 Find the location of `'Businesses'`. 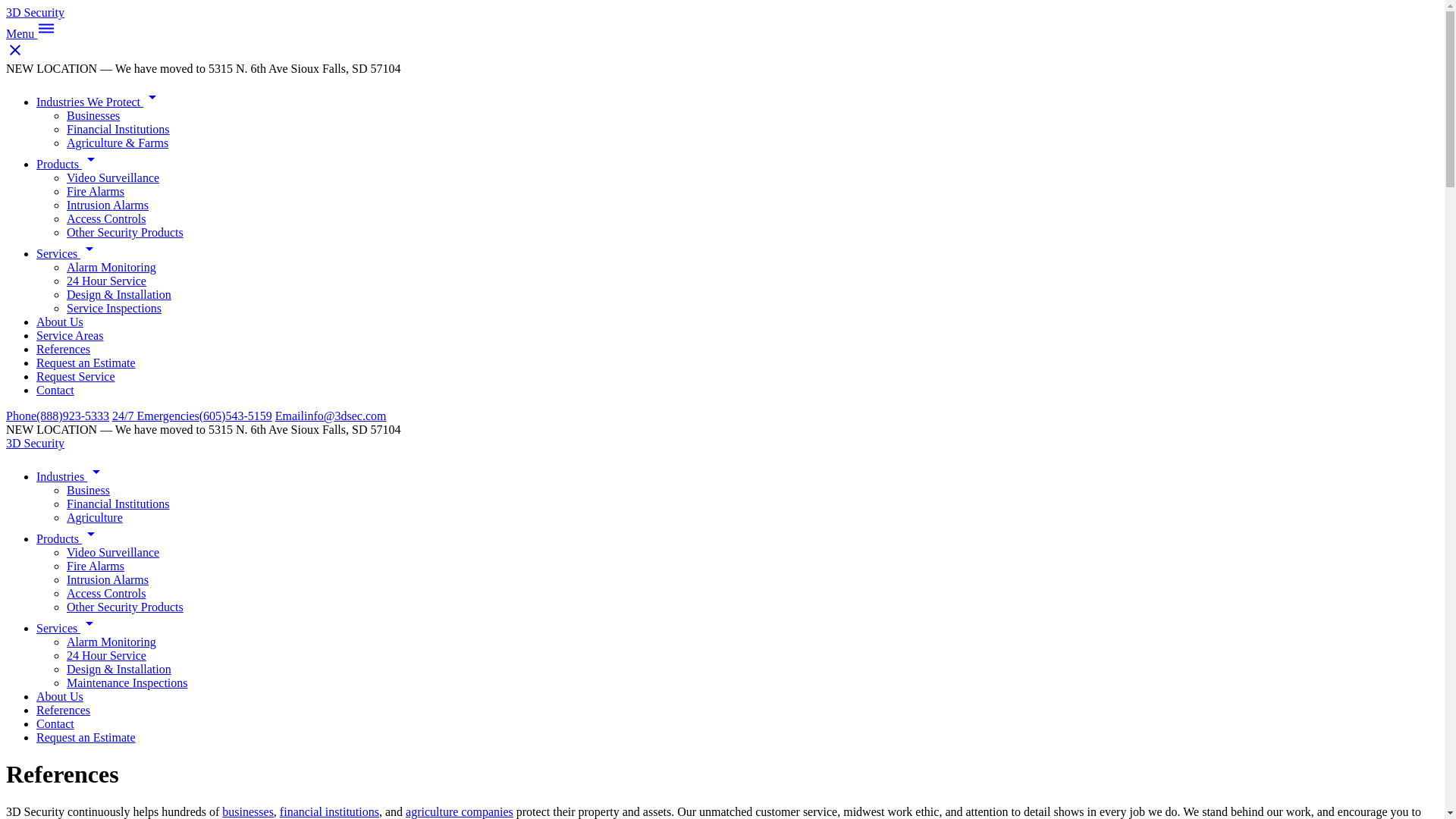

'Businesses' is located at coordinates (93, 115).